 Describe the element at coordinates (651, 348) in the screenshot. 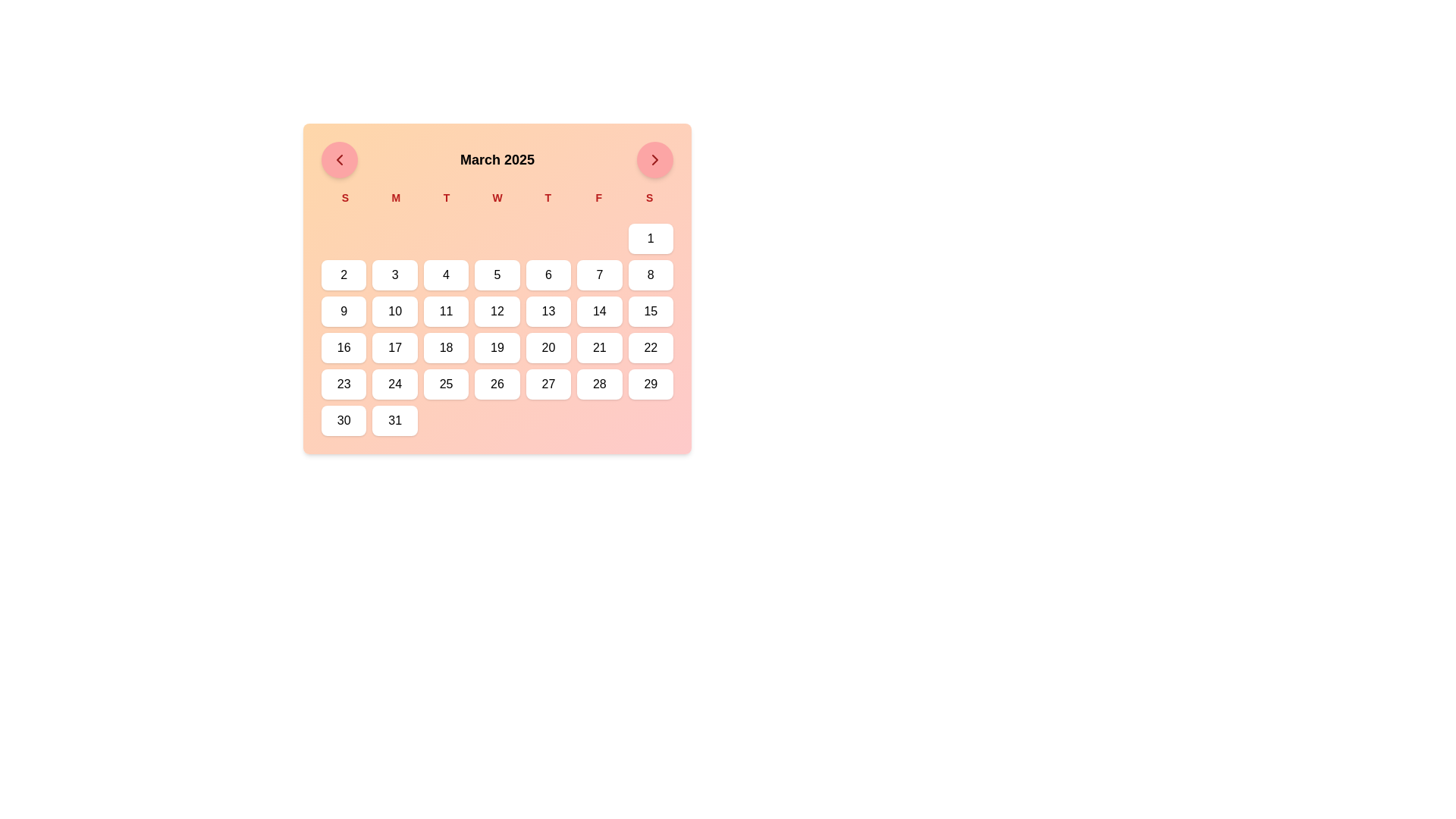

I see `the button representing the date '22' in the March 2025 calendar to change its color` at that location.